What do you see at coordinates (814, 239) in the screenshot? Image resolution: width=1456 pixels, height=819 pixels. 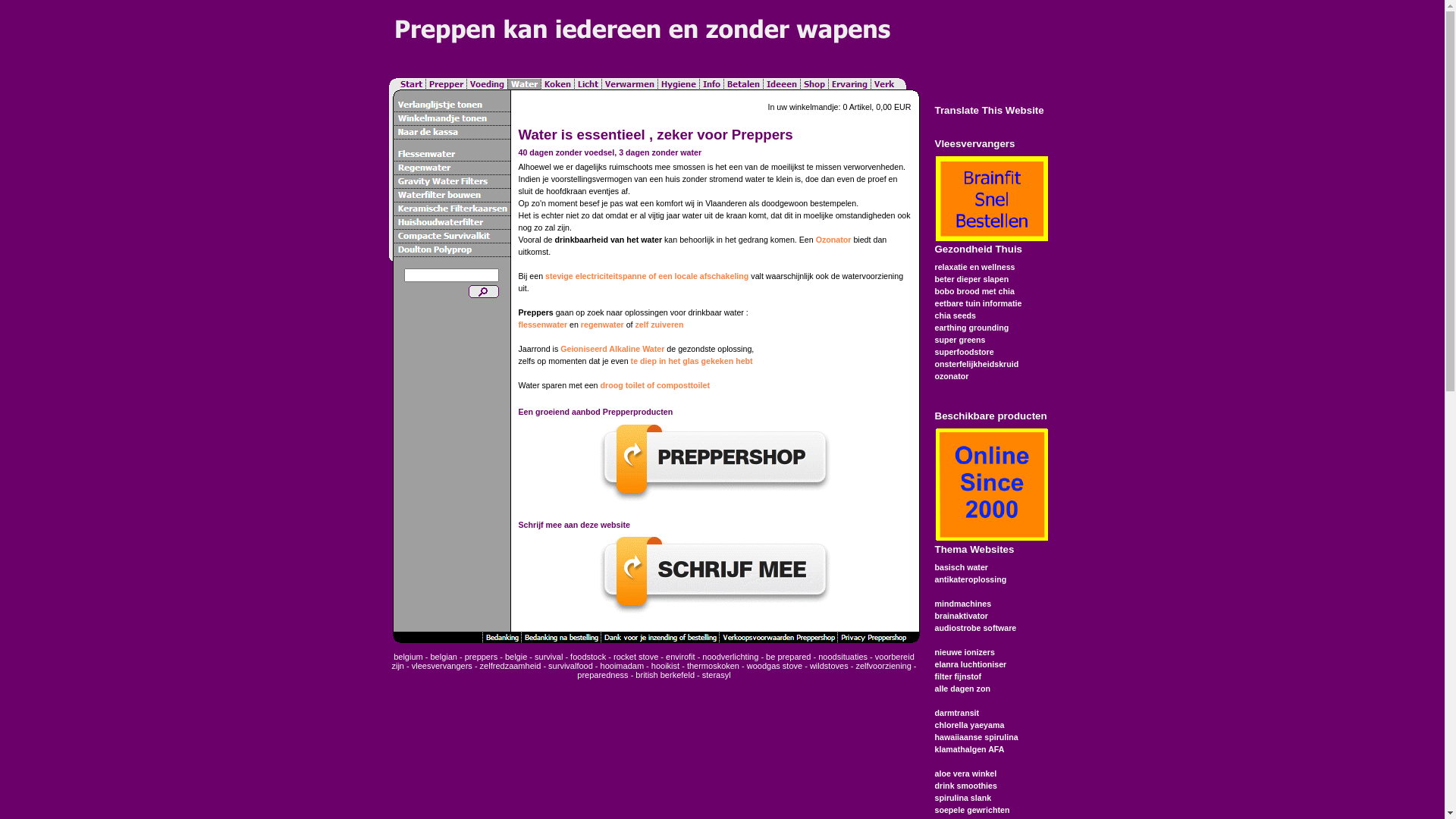 I see `'Ozonator'` at bounding box center [814, 239].